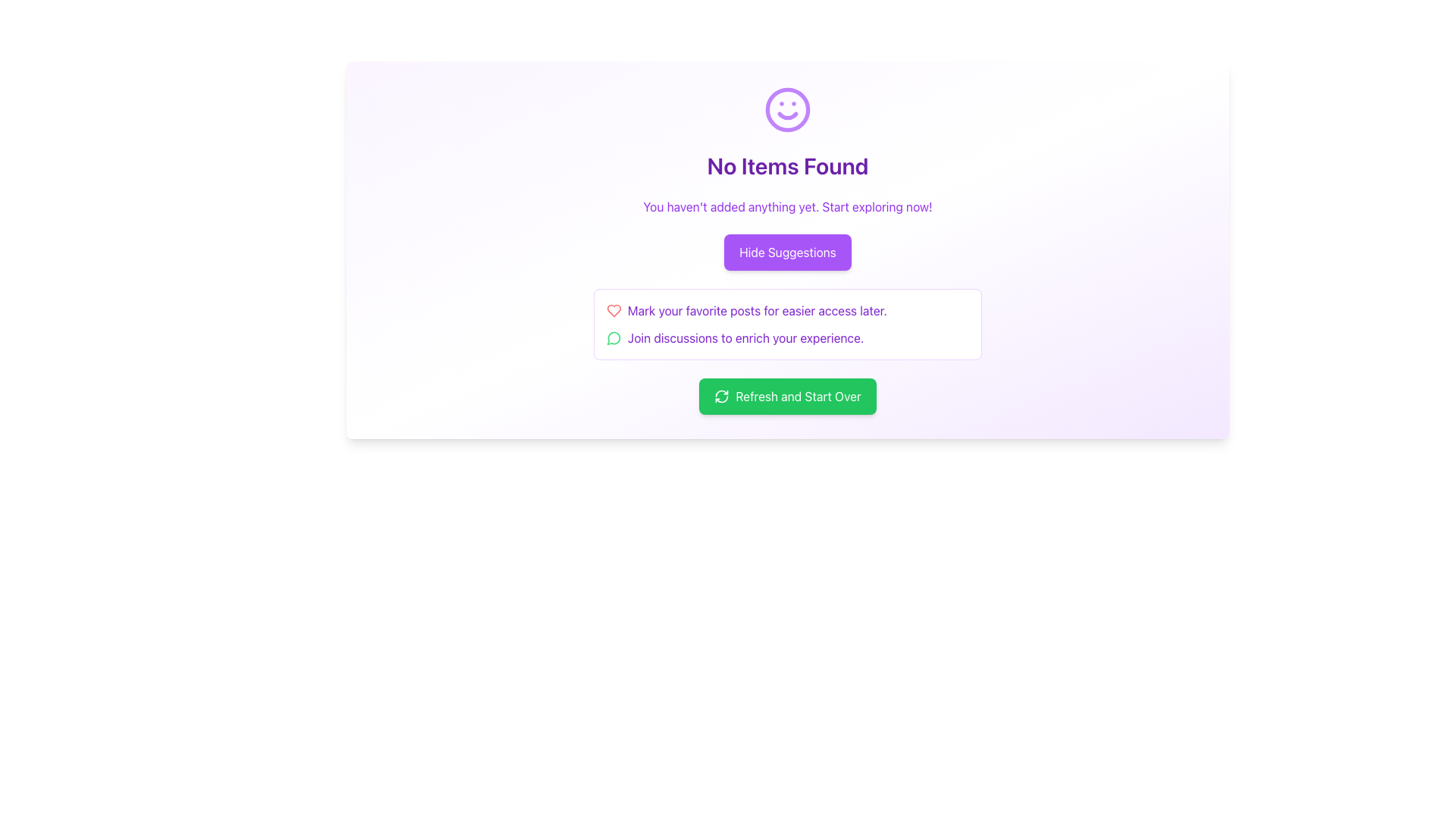 The width and height of the screenshot is (1456, 819). I want to click on the outlined refresh icon within the green button labeled 'Refresh and Start Over', located at the bottom-right corner of the interface, so click(721, 396).